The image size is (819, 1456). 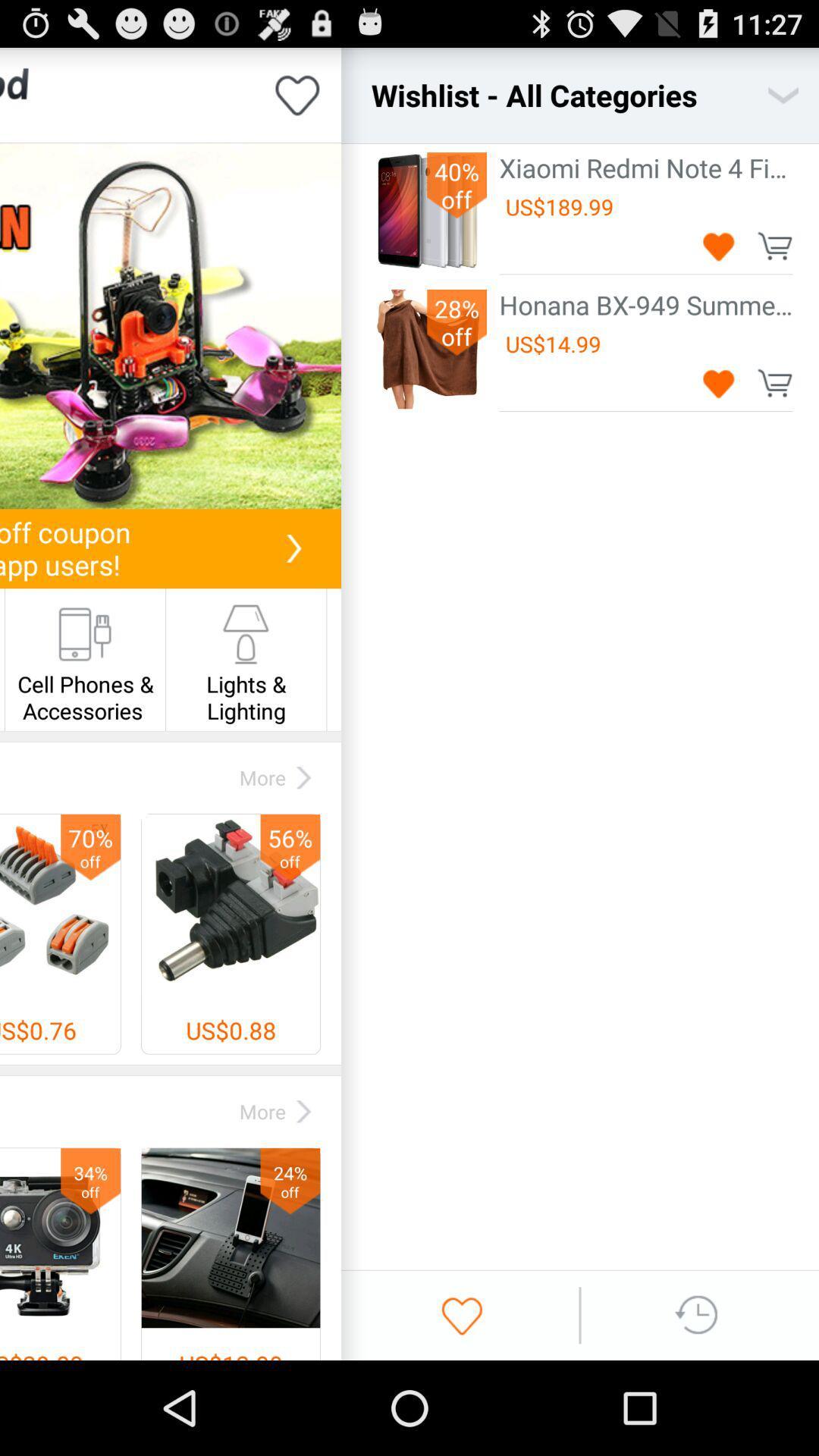 What do you see at coordinates (698, 1314) in the screenshot?
I see `reset time` at bounding box center [698, 1314].